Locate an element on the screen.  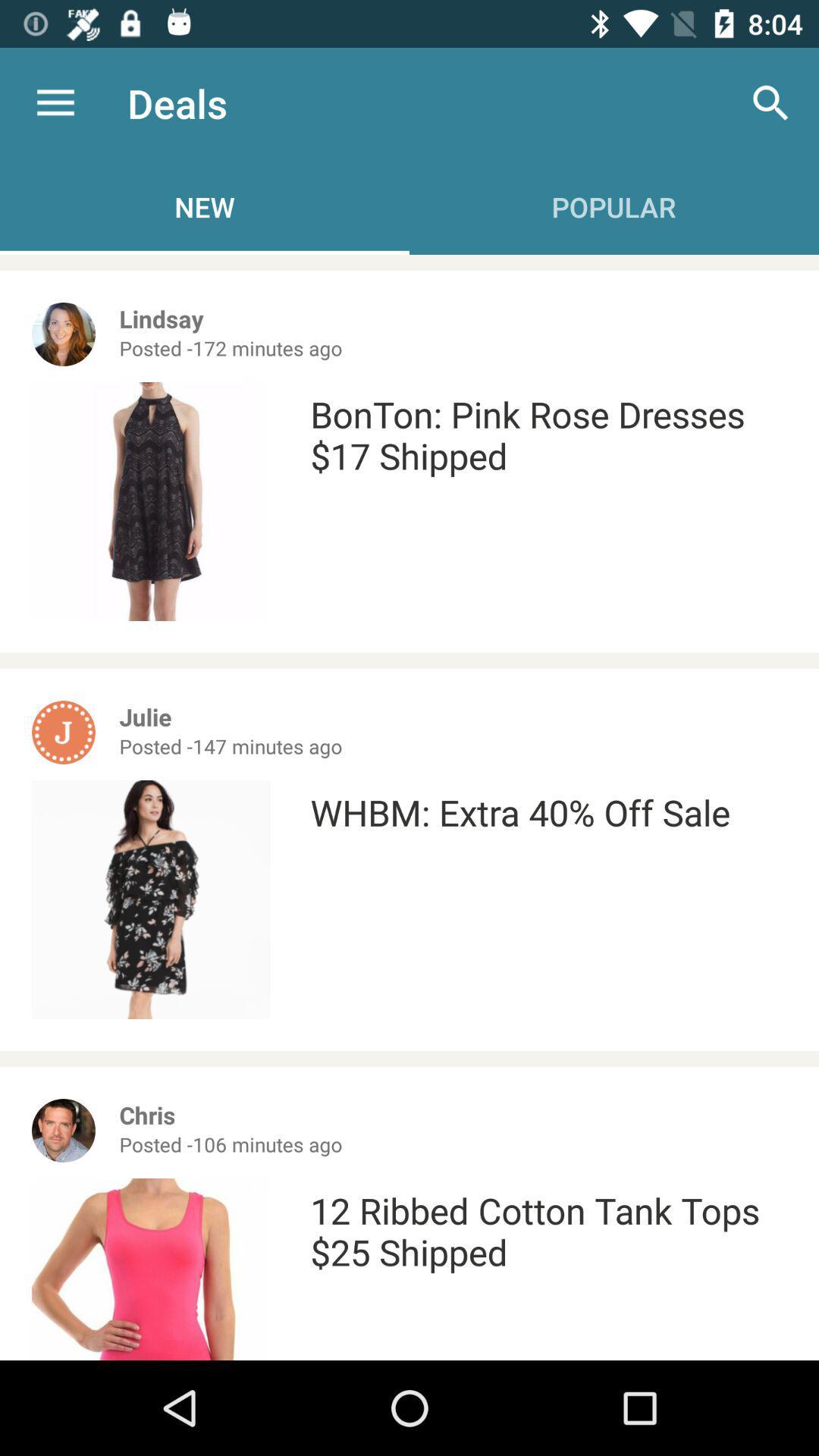
the 1st image is located at coordinates (63, 334).